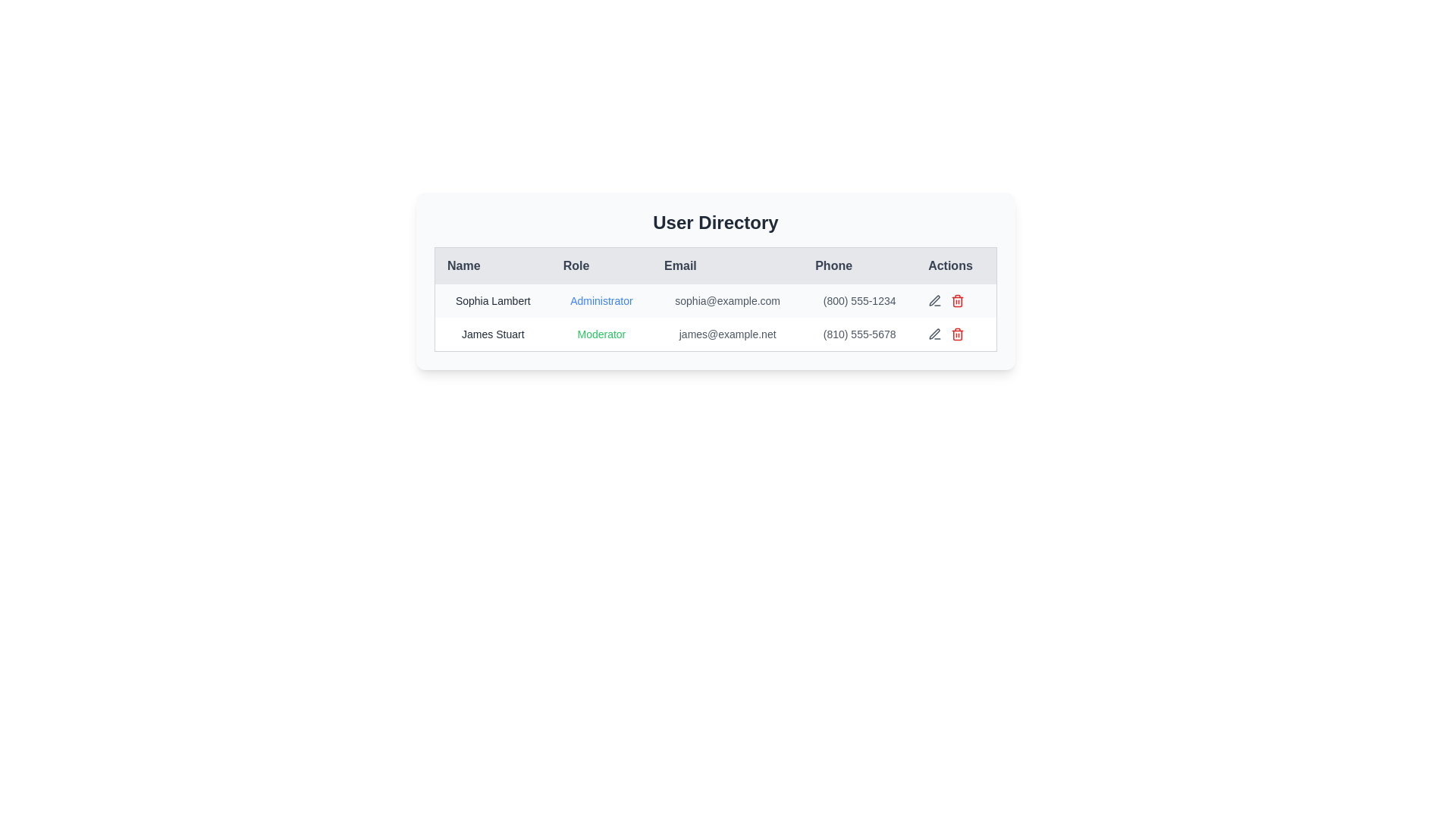  Describe the element at coordinates (955, 301) in the screenshot. I see `the red-colored trash can icon button located at the rightmost end of the first row in the 'Actions' column of the user directory` at that location.